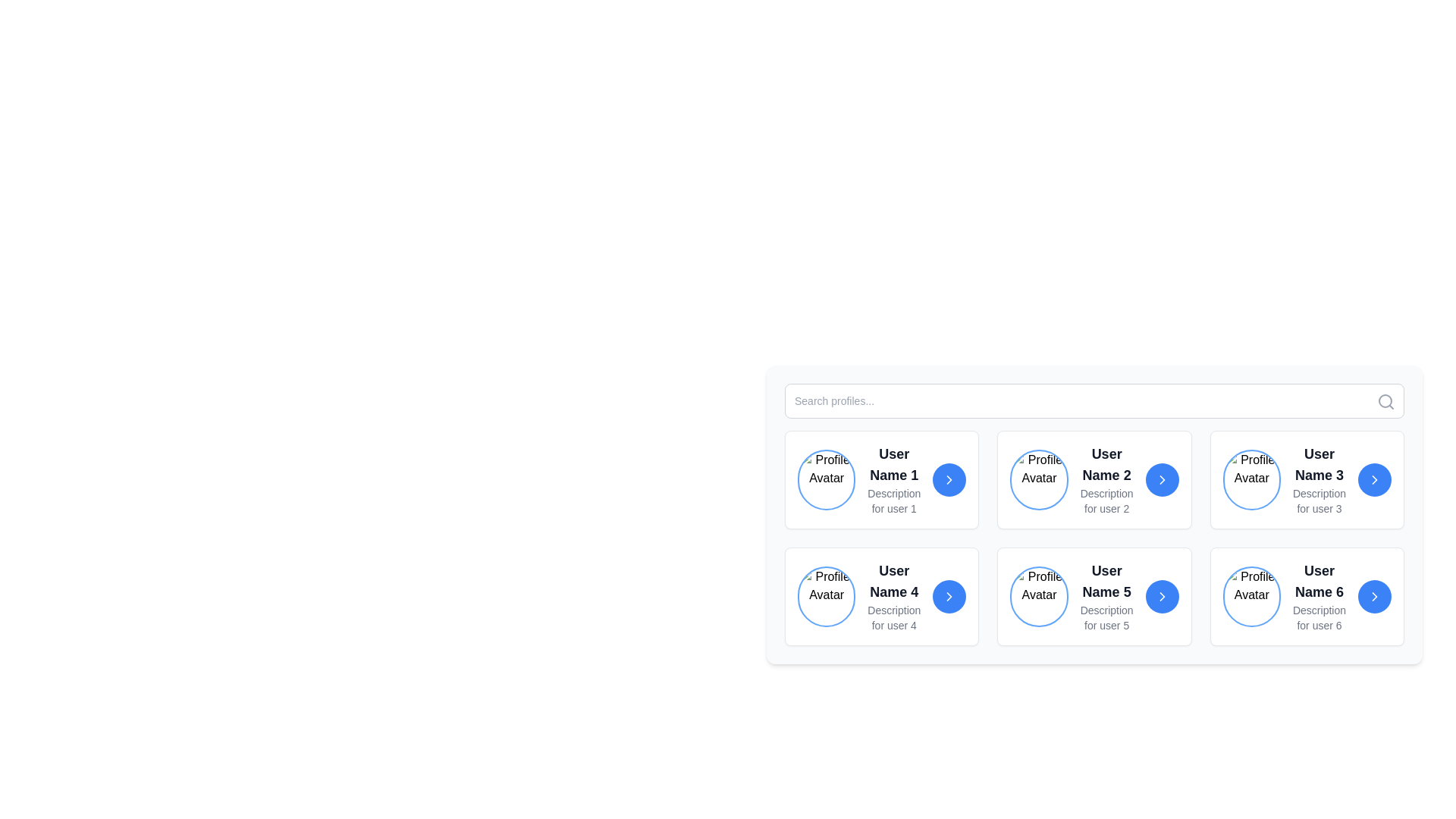 This screenshot has height=819, width=1456. I want to click on the text element displaying 'User Name 6' located in the second row, third column of the grid layout, so click(1317, 581).